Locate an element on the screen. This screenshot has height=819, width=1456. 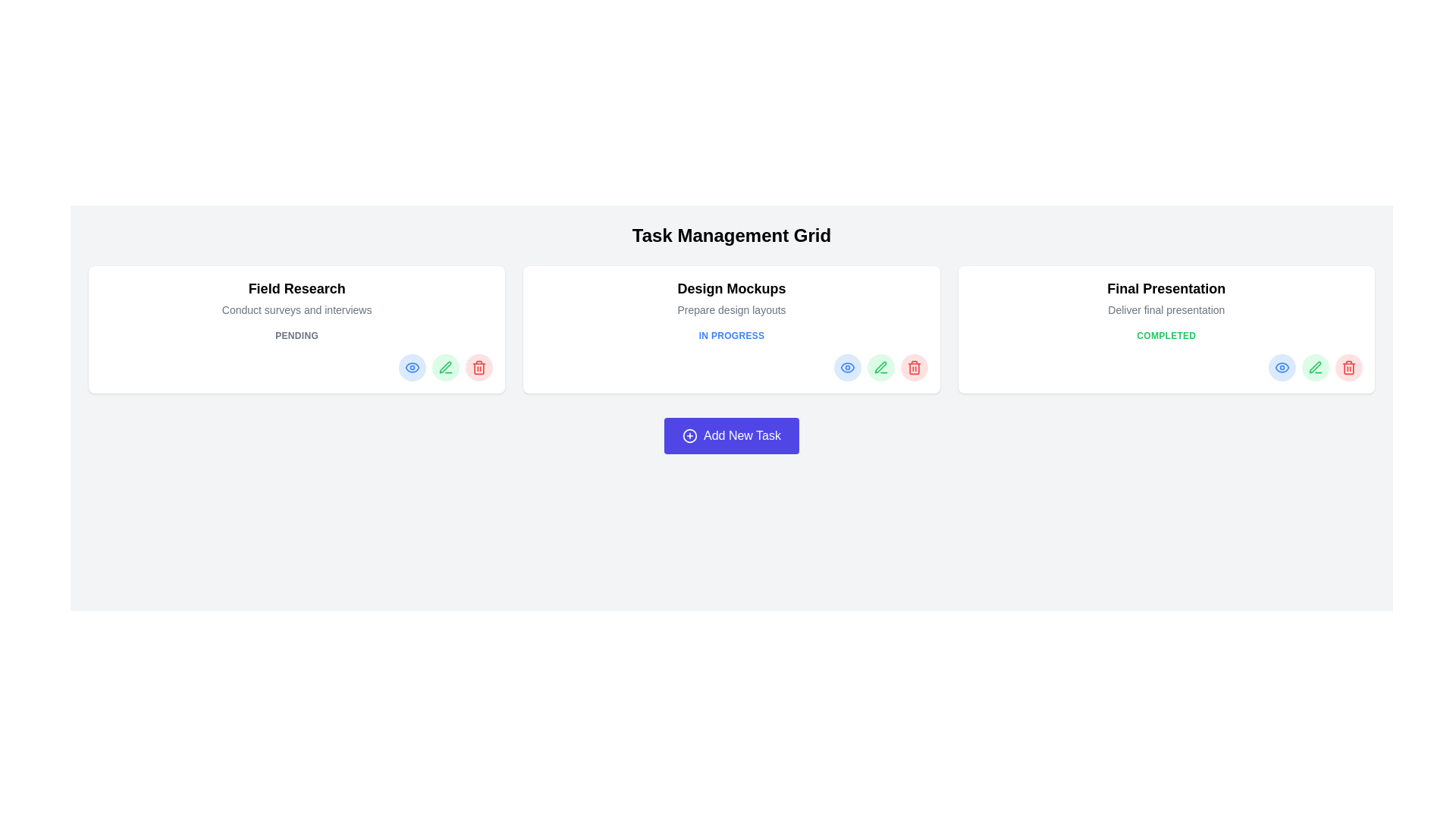
the 'Pending' text label styled in uppercase, bold, gray font, located within the 'Field Research' task card in the 'Task Management Grid', positioned between the descriptive text and the action buttons is located at coordinates (297, 335).